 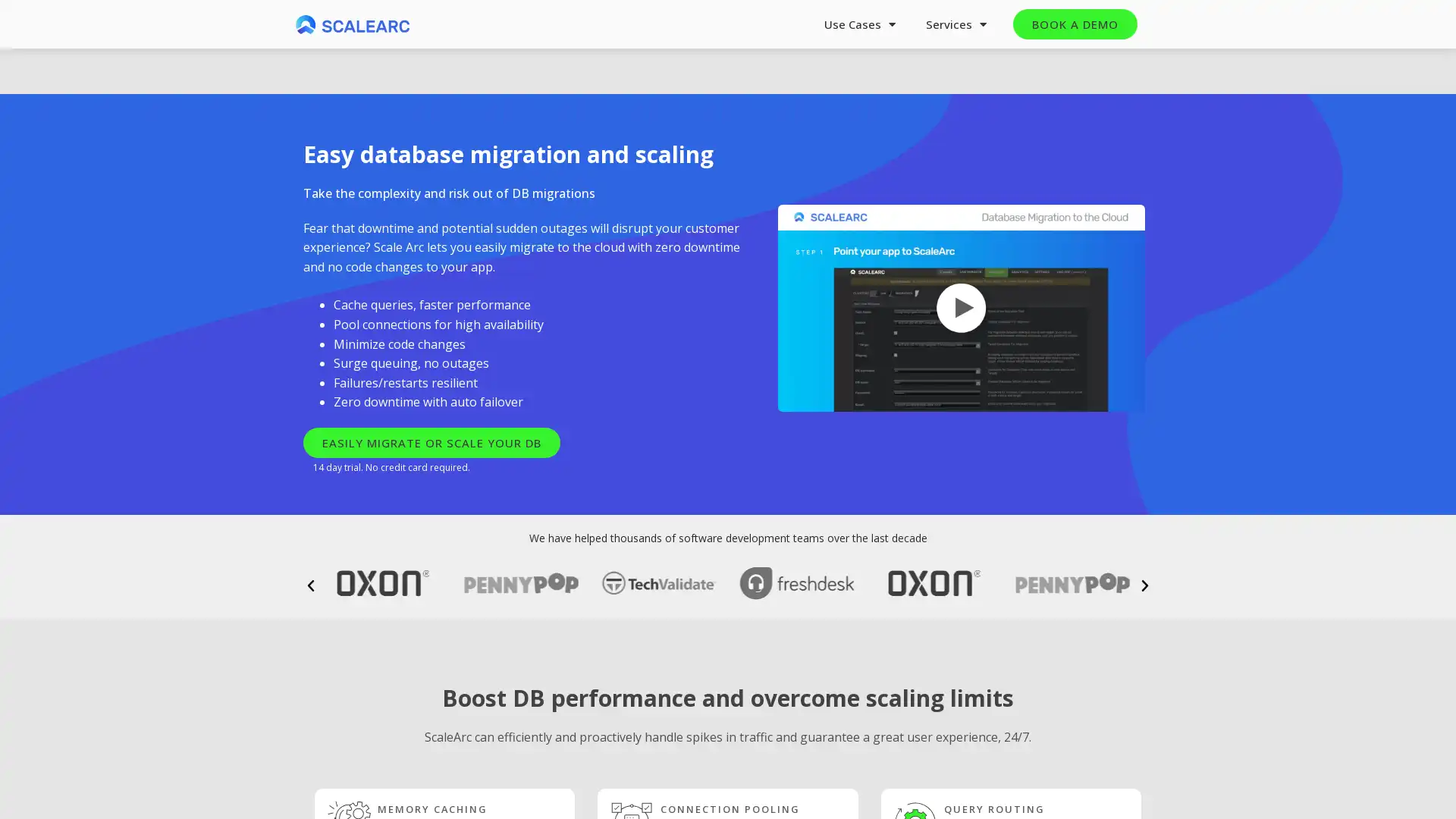 I want to click on Next, so click(x=1347, y=797).